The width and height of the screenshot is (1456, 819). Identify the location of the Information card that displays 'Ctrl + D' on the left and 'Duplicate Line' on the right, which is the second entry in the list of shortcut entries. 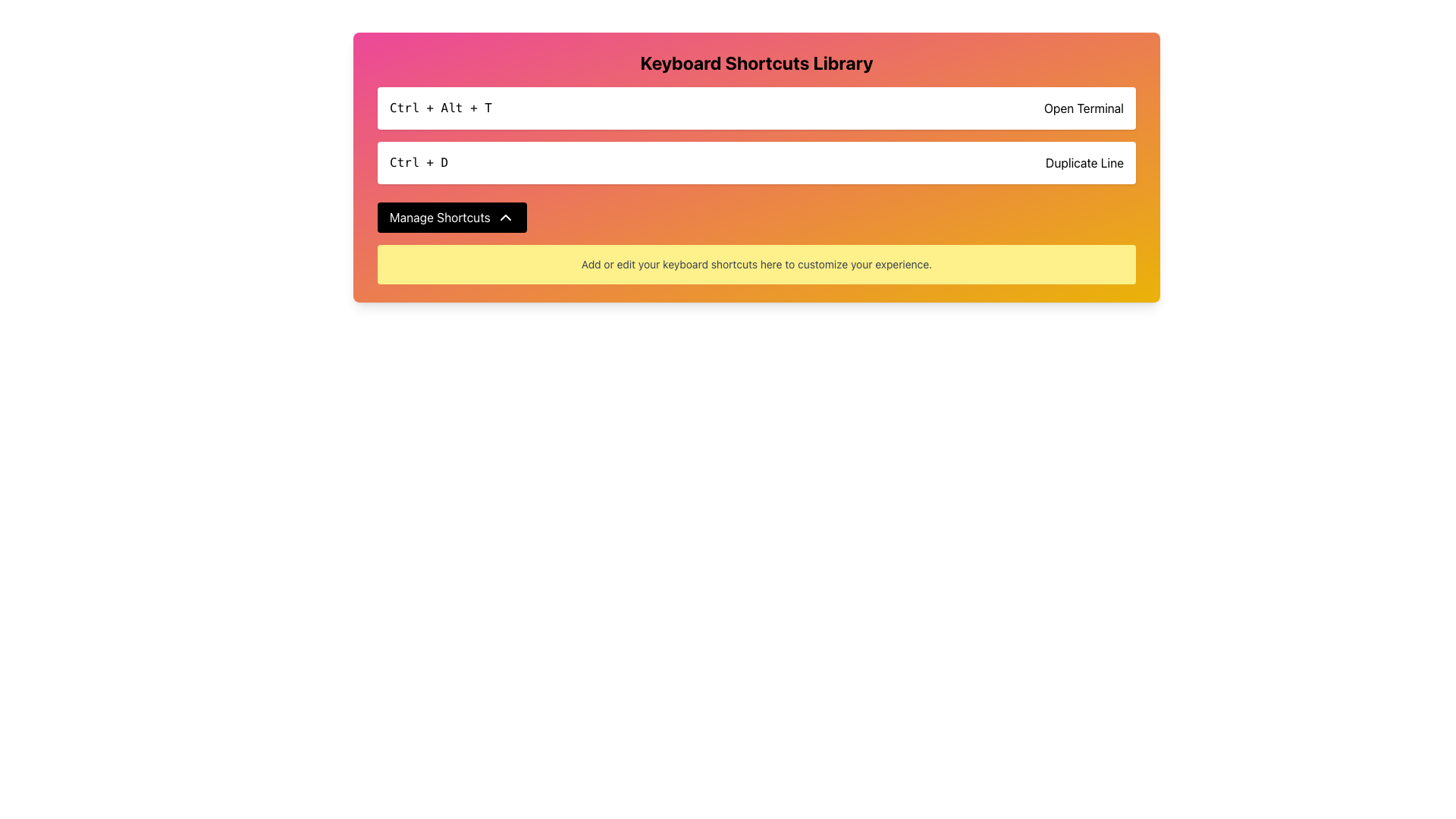
(757, 163).